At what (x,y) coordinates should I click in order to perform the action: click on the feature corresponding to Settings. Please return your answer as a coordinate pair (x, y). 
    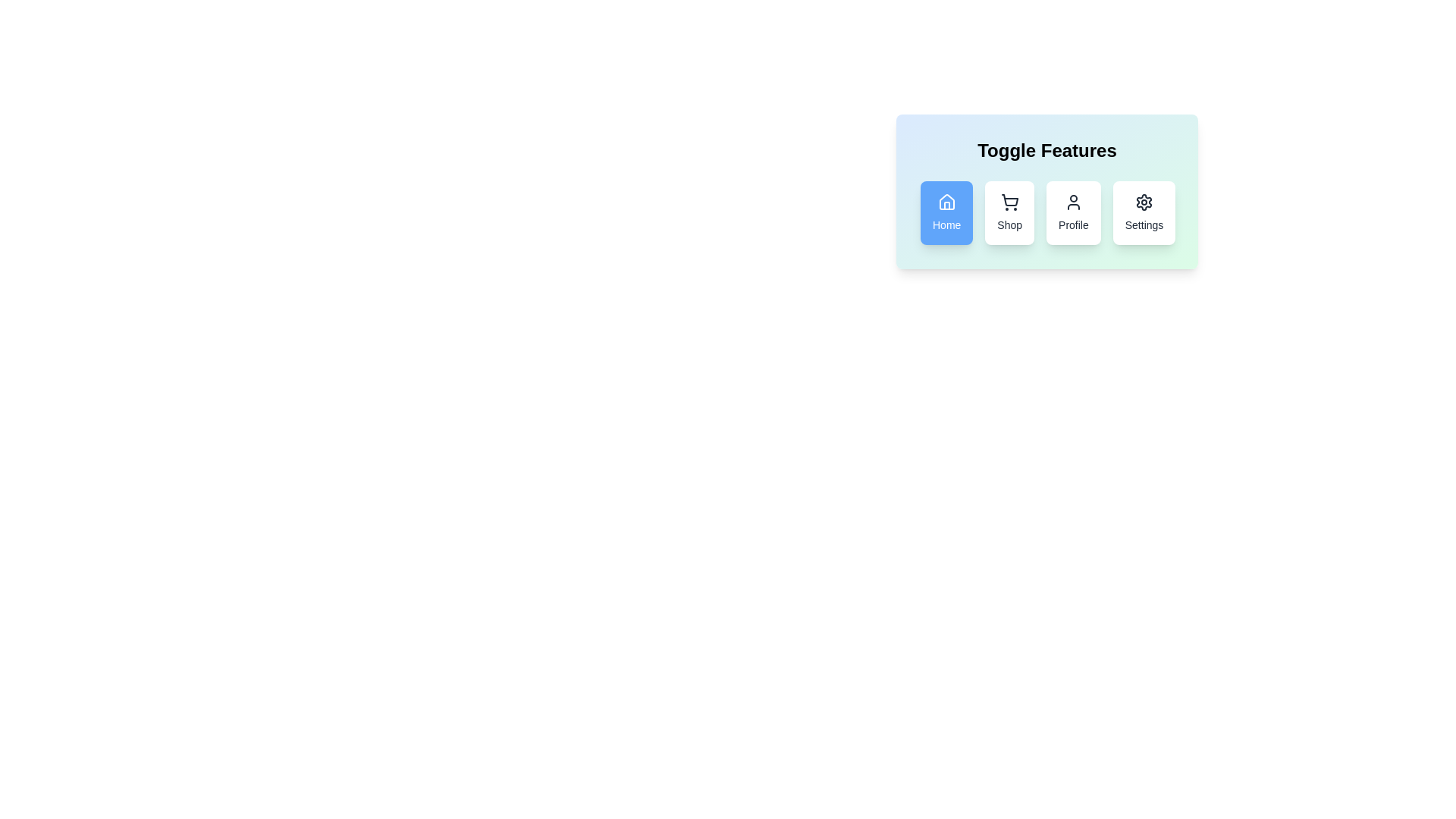
    Looking at the image, I should click on (1144, 213).